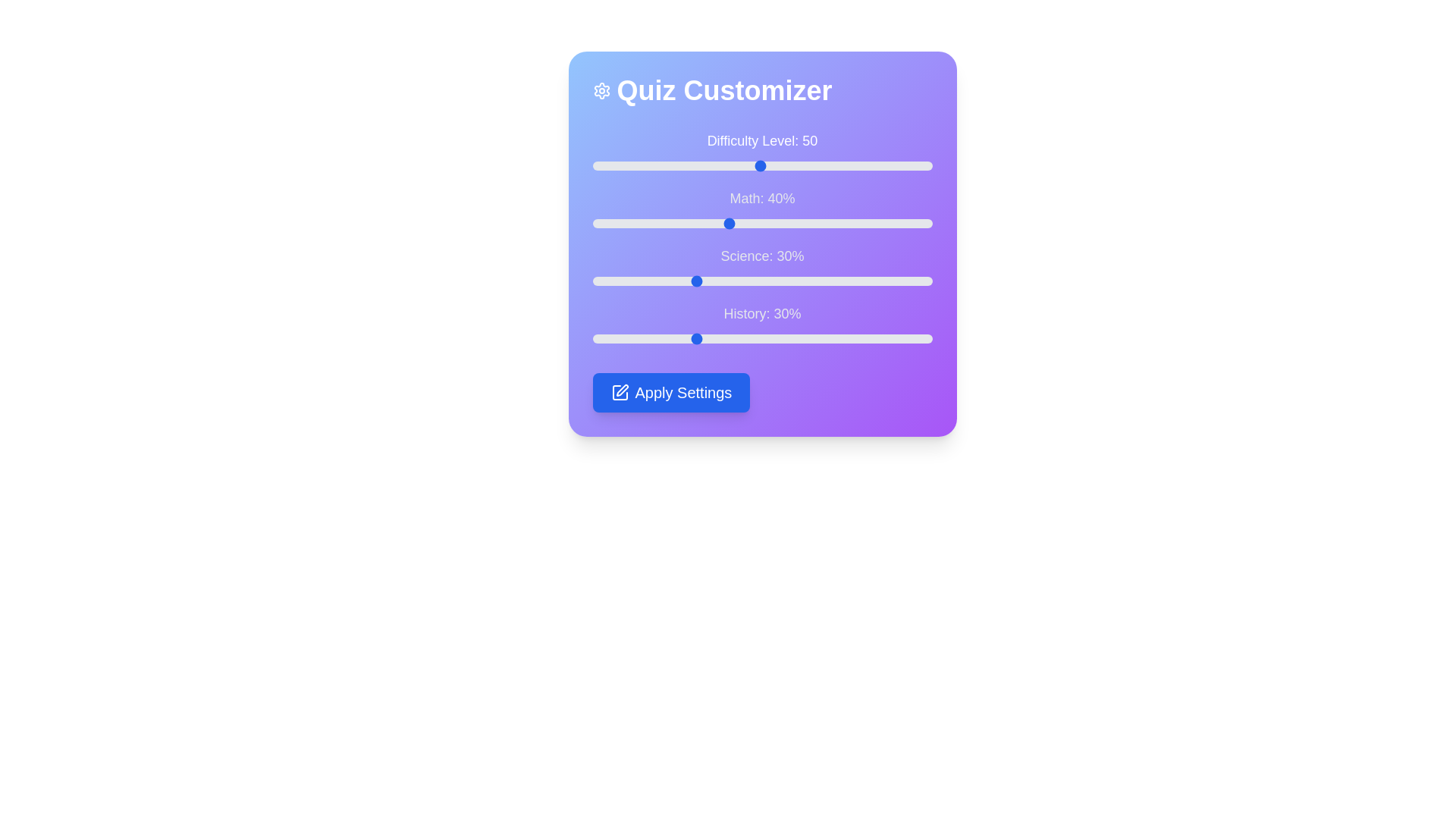  What do you see at coordinates (755, 166) in the screenshot?
I see `the difficulty level slider to 48` at bounding box center [755, 166].